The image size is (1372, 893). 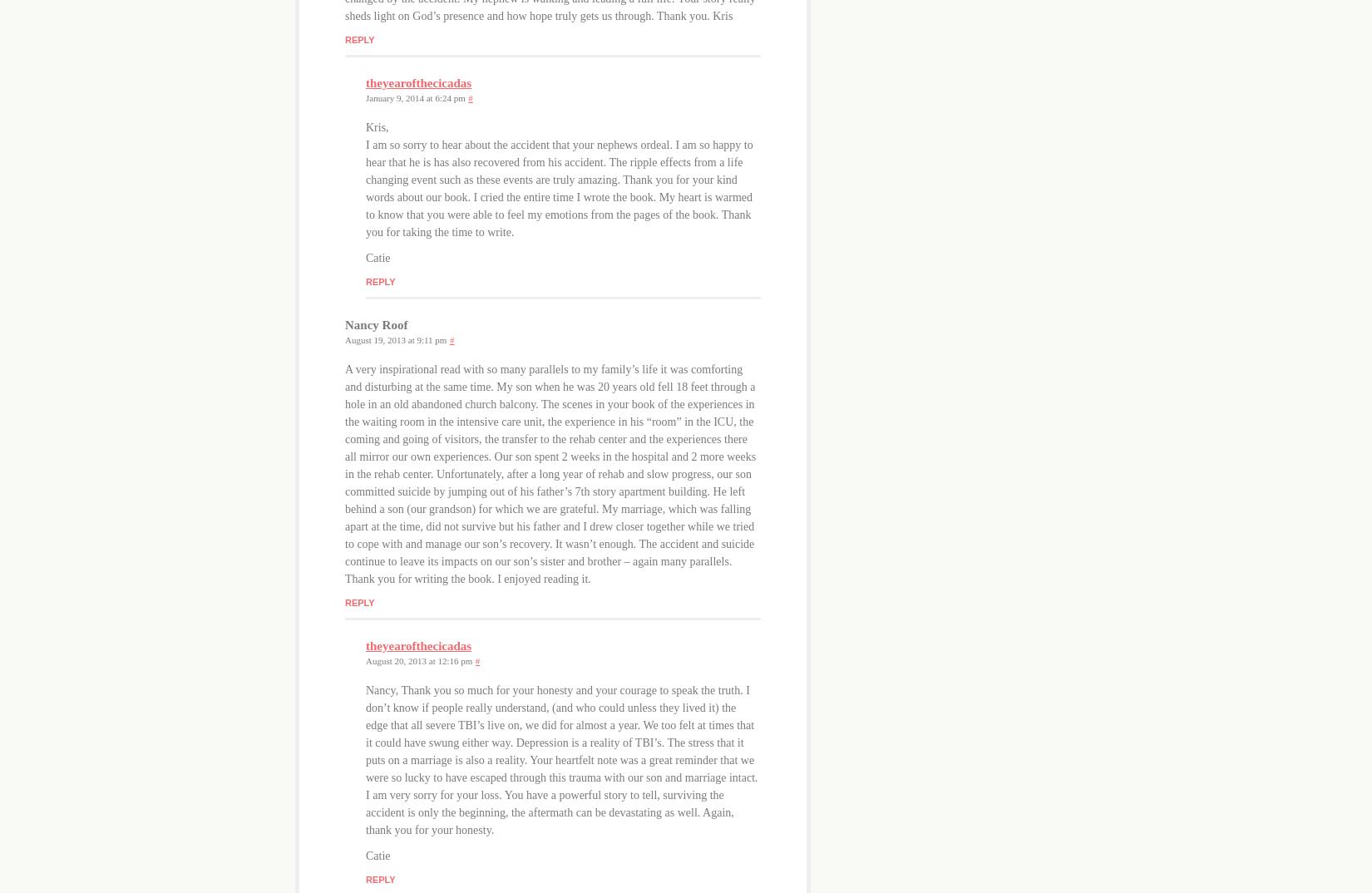 I want to click on 'Kris,', so click(x=376, y=126).